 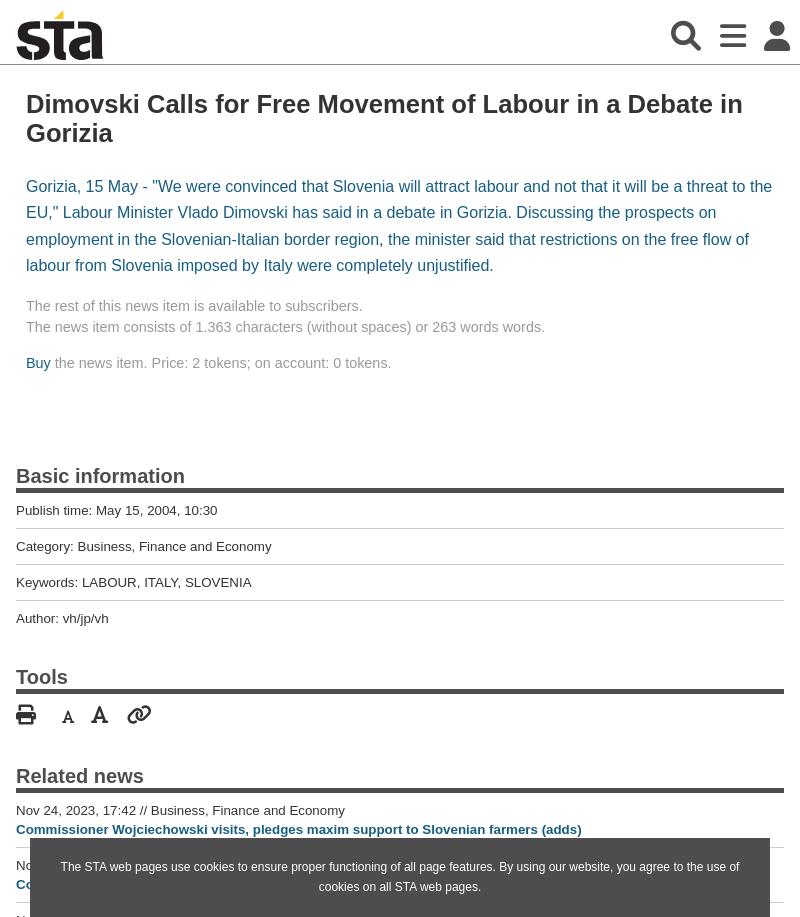 What do you see at coordinates (77, 809) in the screenshot?
I see `'Nov 24, 2023, 17:42'` at bounding box center [77, 809].